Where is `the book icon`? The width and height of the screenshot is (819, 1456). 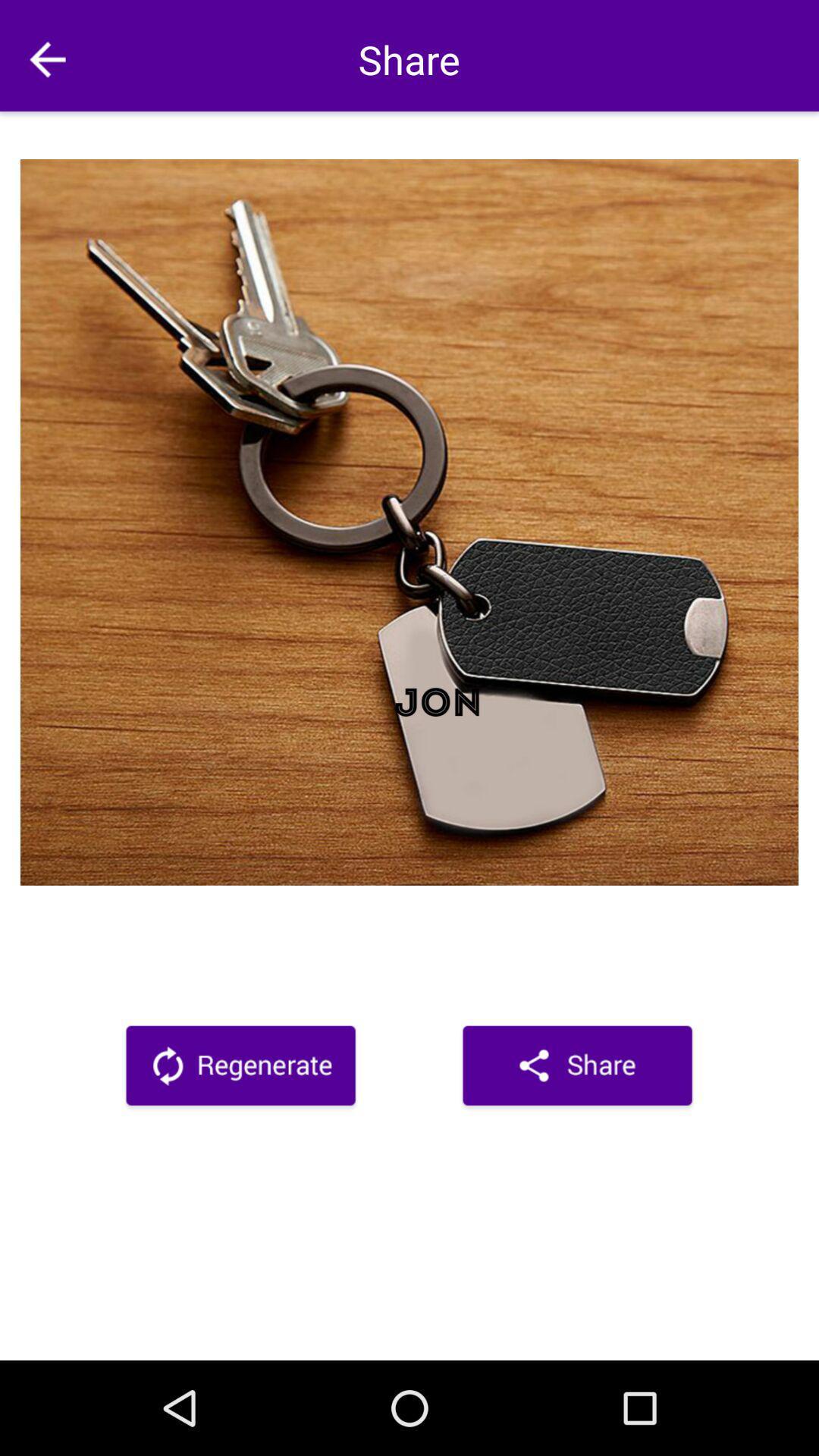
the book icon is located at coordinates (240, 1144).